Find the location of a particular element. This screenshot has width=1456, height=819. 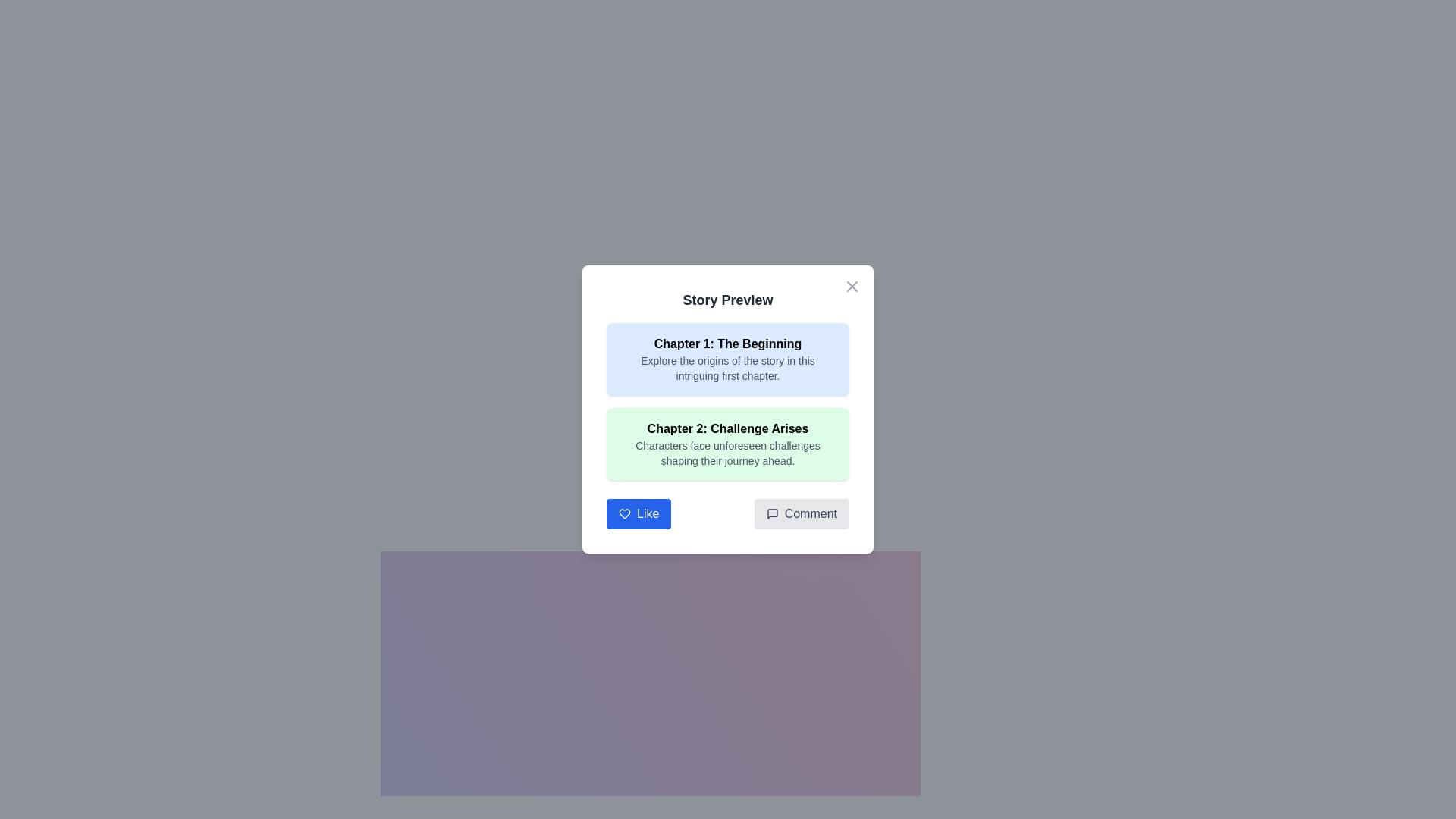

the 'Comment' button, which is a light gray button with rounded edges and a speech bubble icon on the left, located to the right of the 'Like' button in the dialog box is located at coordinates (801, 513).